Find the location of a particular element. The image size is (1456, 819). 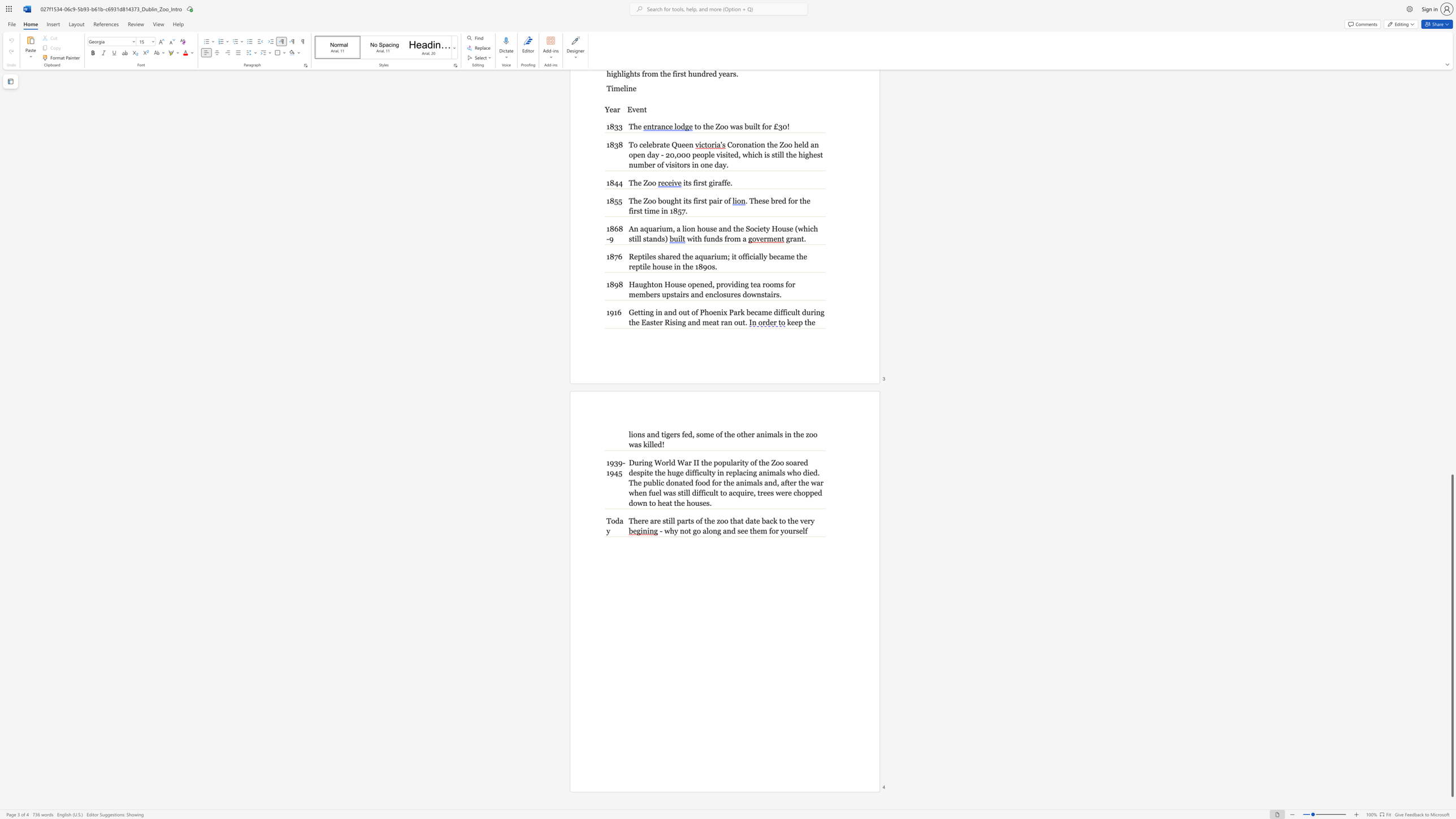

the subset text "the ver" within the text "There are still parts of the zoo that date back to the very" is located at coordinates (787, 520).